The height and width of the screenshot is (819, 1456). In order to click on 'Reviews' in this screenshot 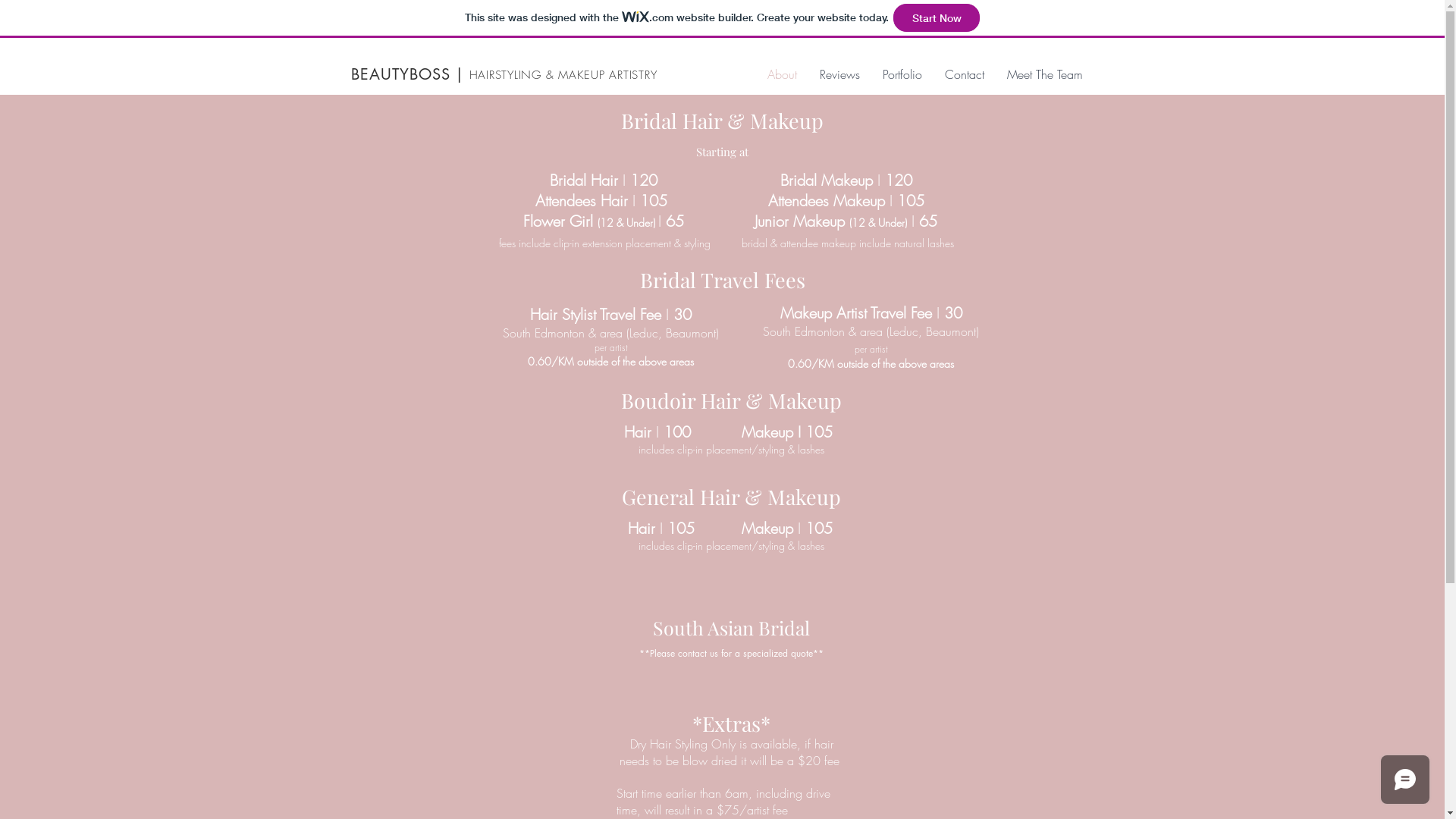, I will do `click(839, 74)`.